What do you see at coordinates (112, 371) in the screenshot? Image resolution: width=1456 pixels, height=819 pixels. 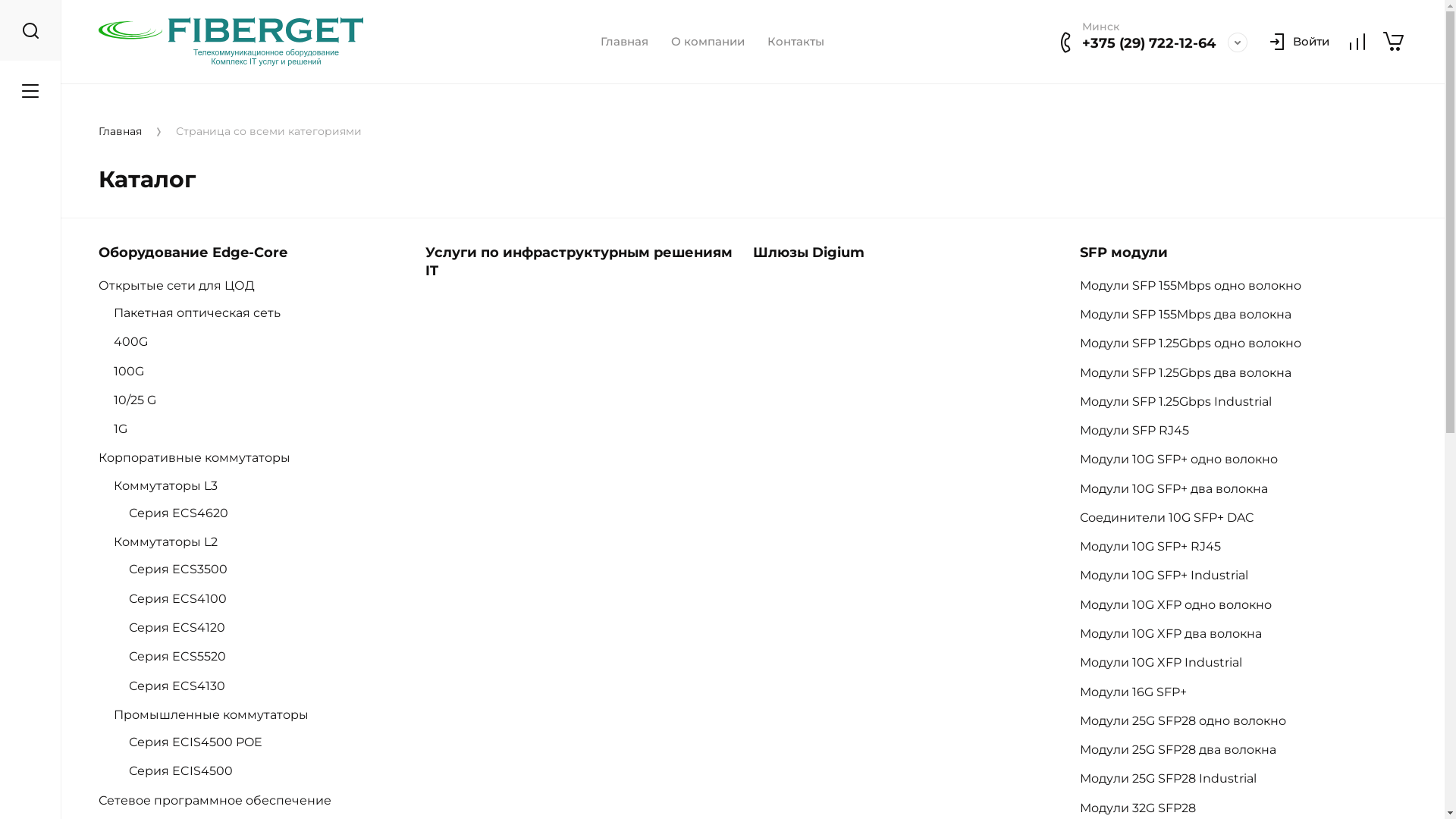 I see `'100G'` at bounding box center [112, 371].